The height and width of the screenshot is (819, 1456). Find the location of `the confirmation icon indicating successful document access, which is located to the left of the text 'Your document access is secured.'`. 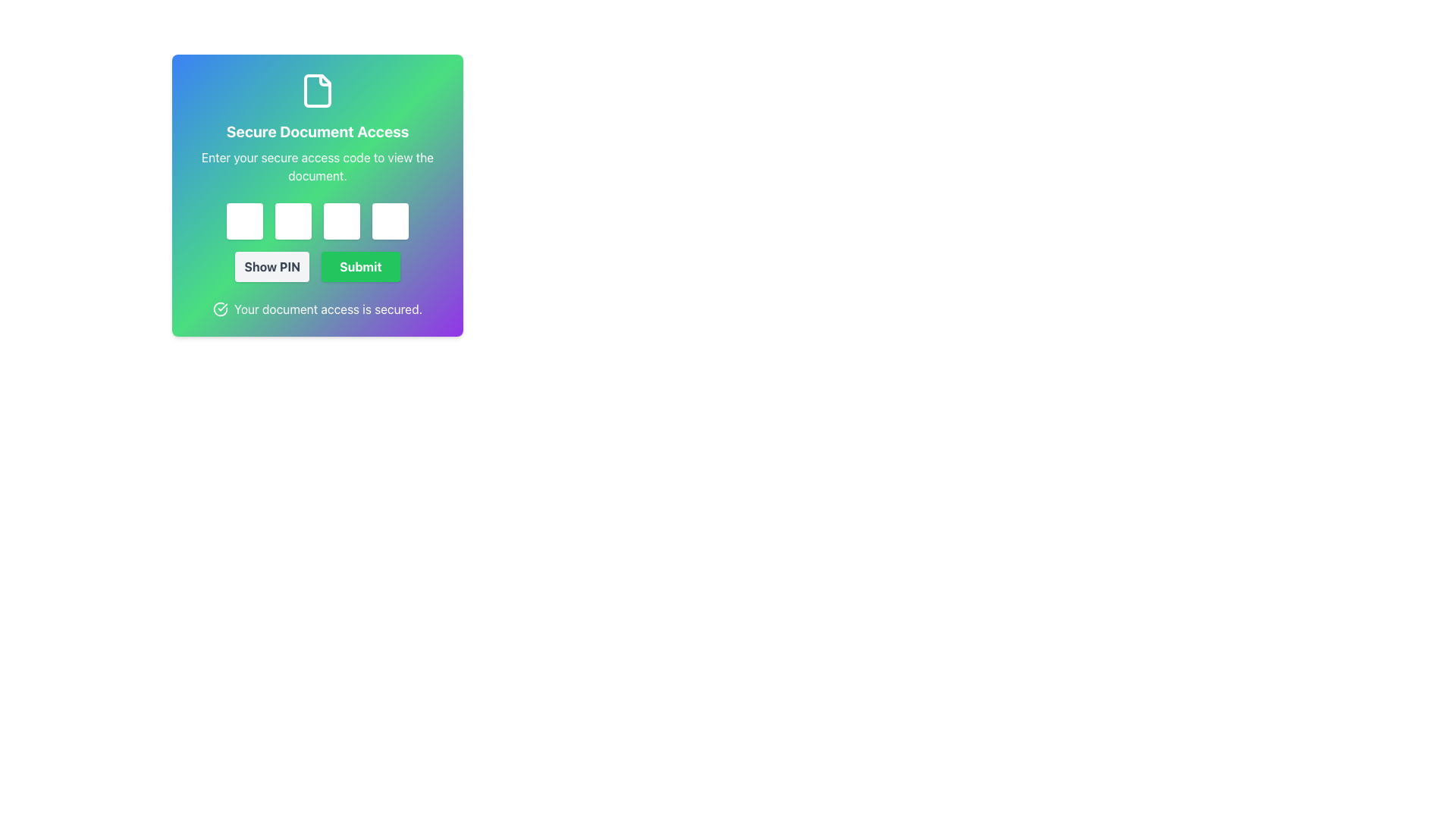

the confirmation icon indicating successful document access, which is located to the left of the text 'Your document access is secured.' is located at coordinates (220, 309).